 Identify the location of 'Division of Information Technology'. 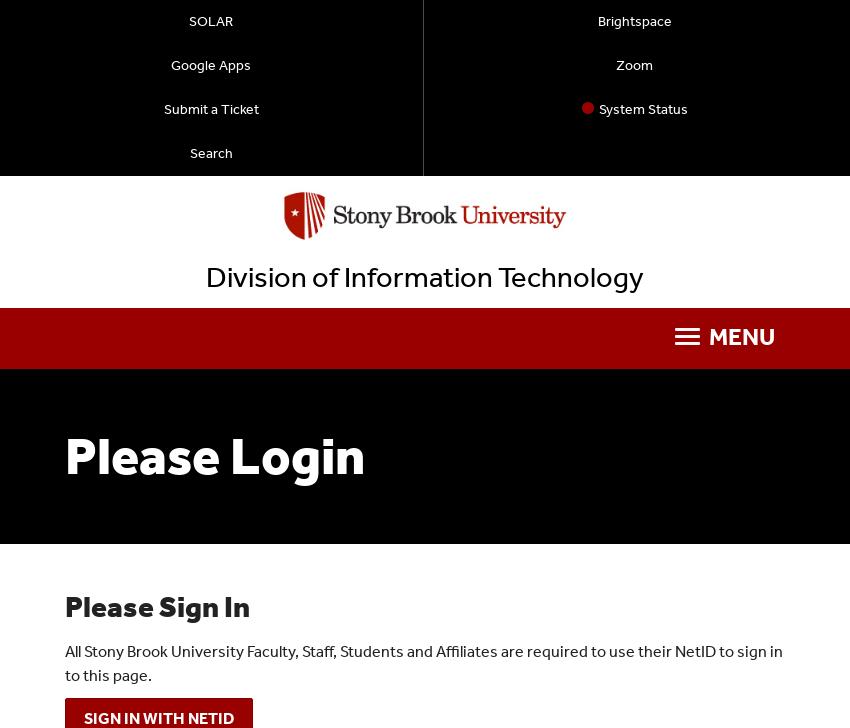
(425, 277).